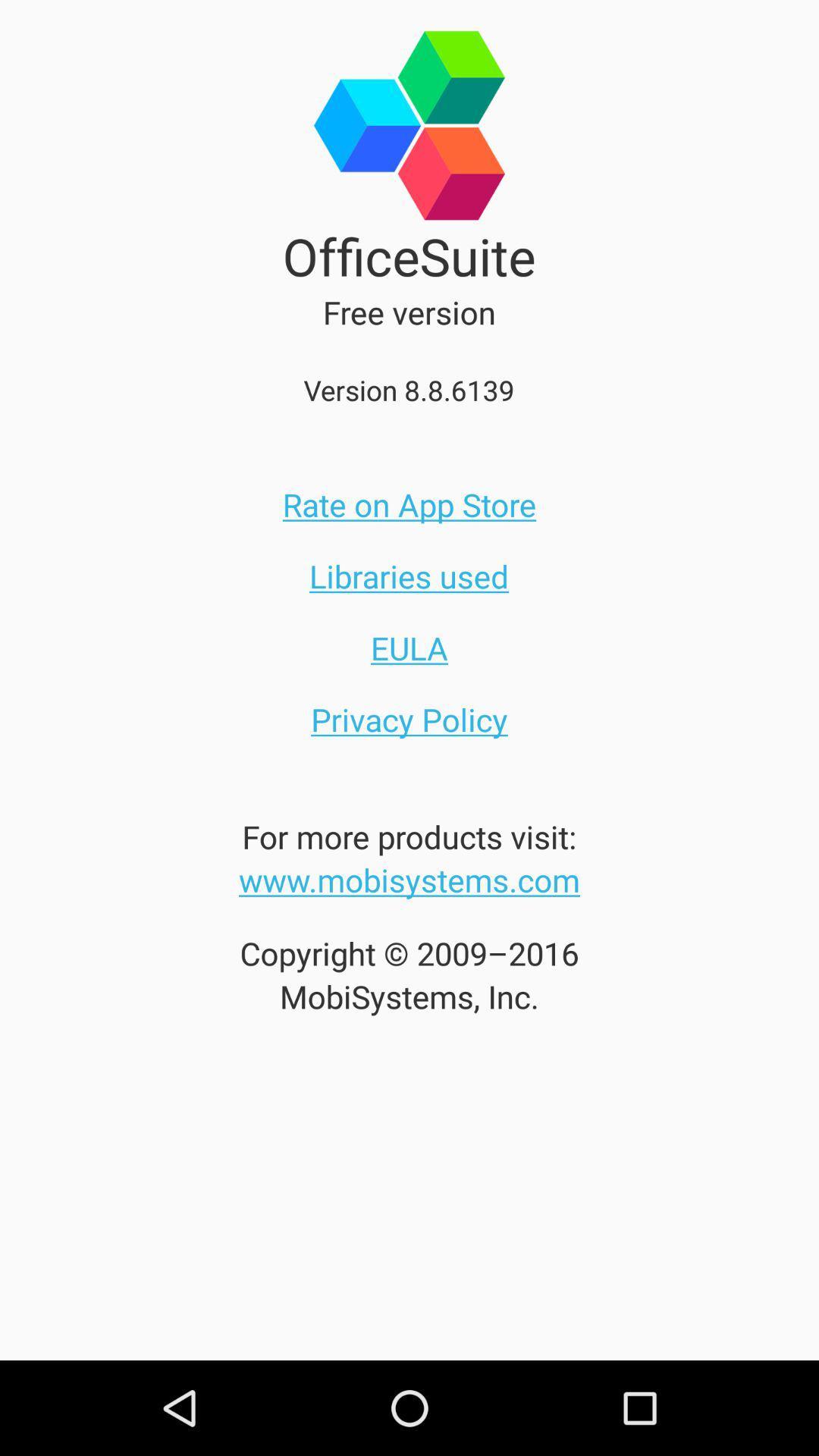 The image size is (819, 1456). Describe the element at coordinates (409, 880) in the screenshot. I see `the website` at that location.